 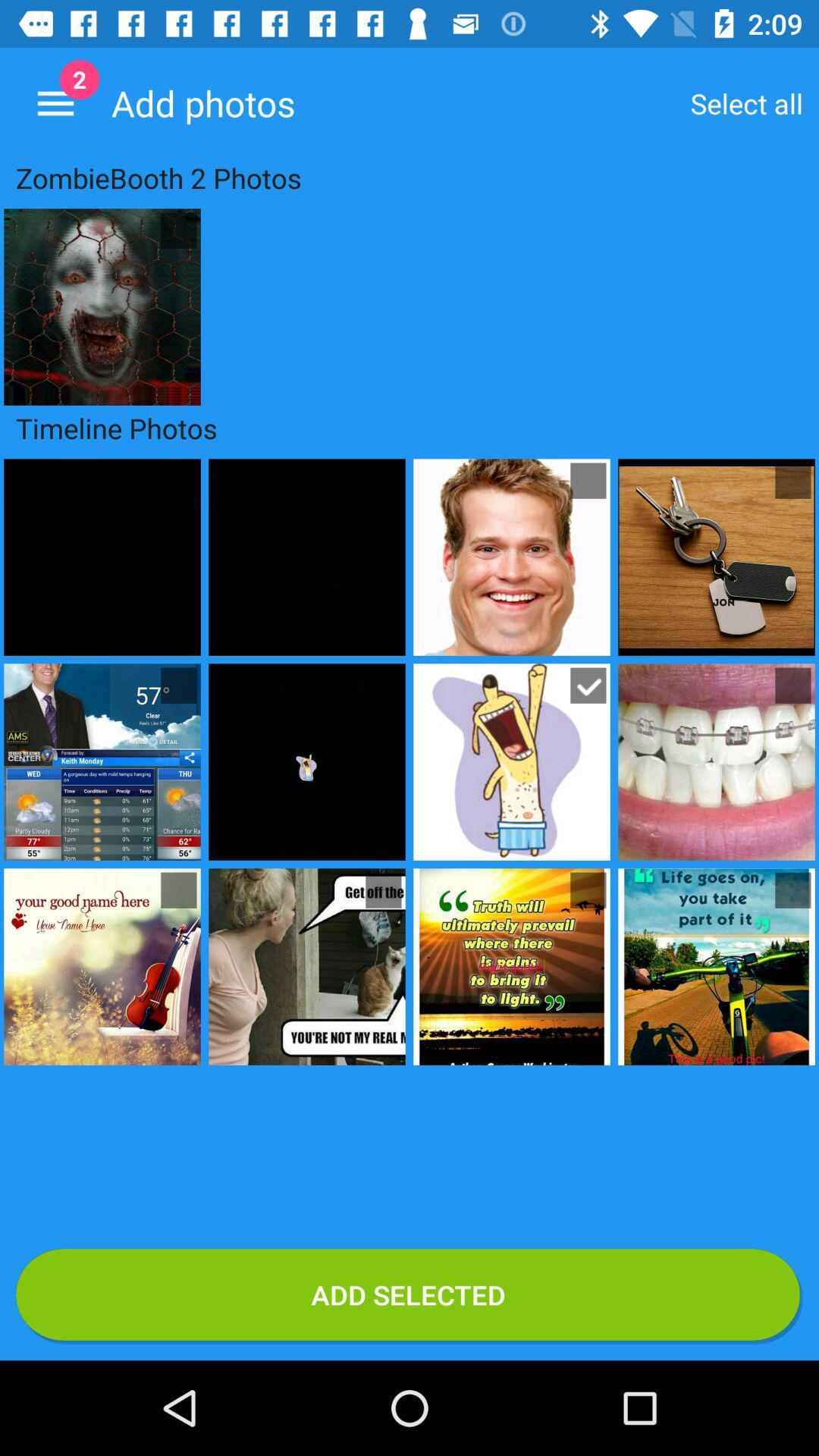 I want to click on the selected photo in second row, so click(x=587, y=684).